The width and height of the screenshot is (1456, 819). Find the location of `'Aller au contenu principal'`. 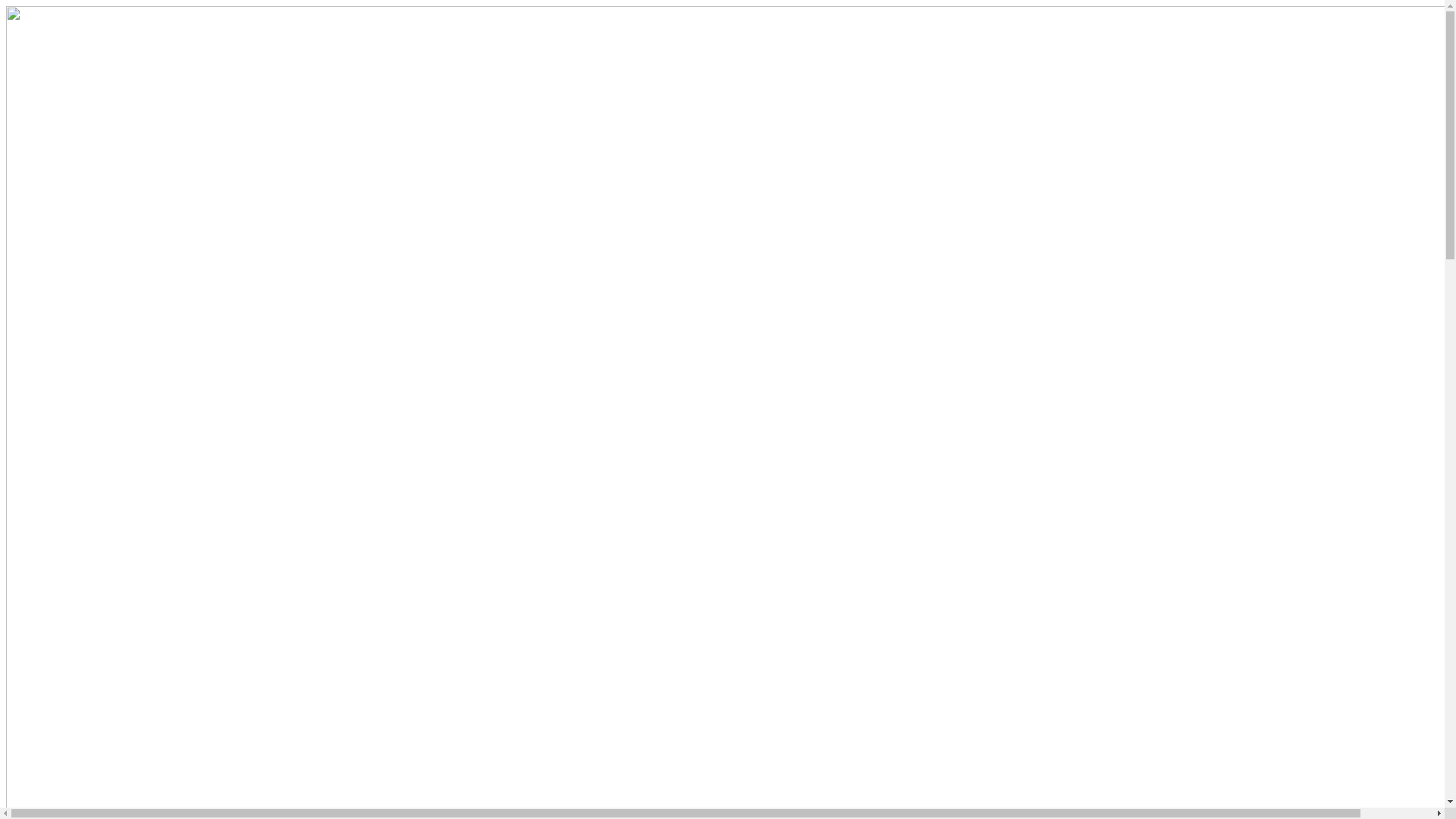

'Aller au contenu principal' is located at coordinates (5, 5).